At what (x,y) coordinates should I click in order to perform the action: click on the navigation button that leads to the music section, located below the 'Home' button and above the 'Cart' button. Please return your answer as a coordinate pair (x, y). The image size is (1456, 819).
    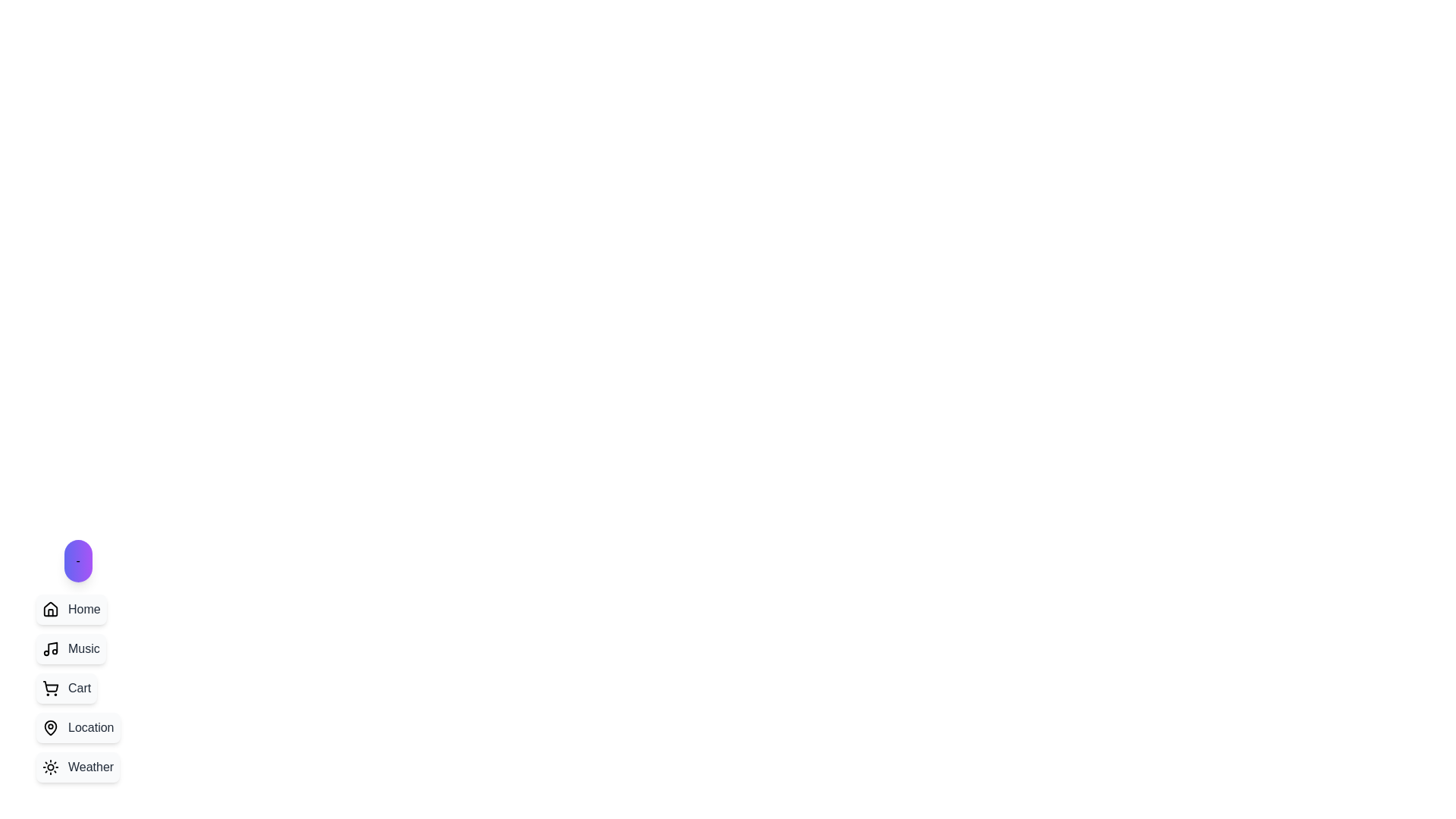
    Looking at the image, I should click on (77, 660).